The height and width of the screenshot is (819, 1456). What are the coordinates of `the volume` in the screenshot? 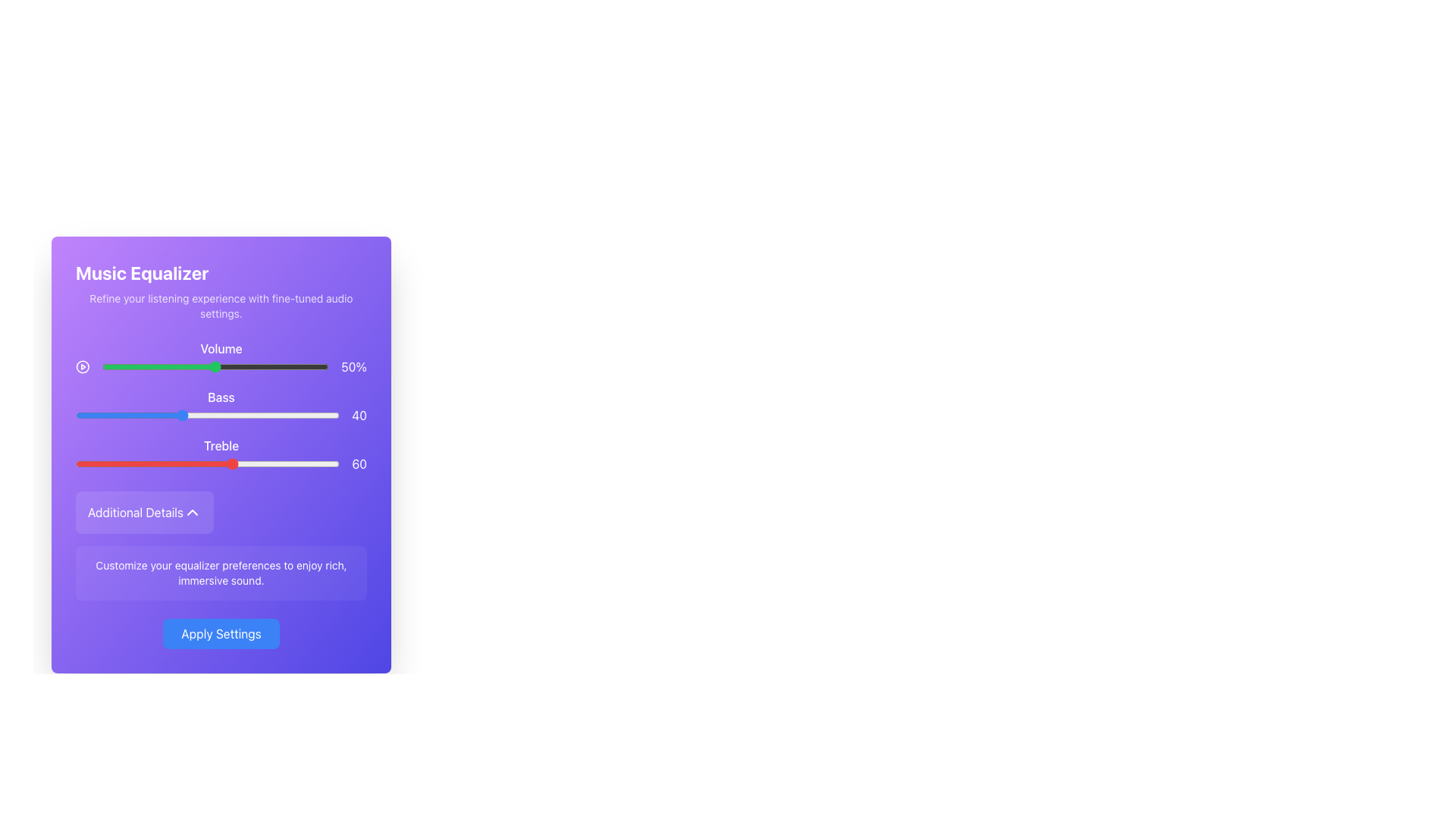 It's located at (245, 366).